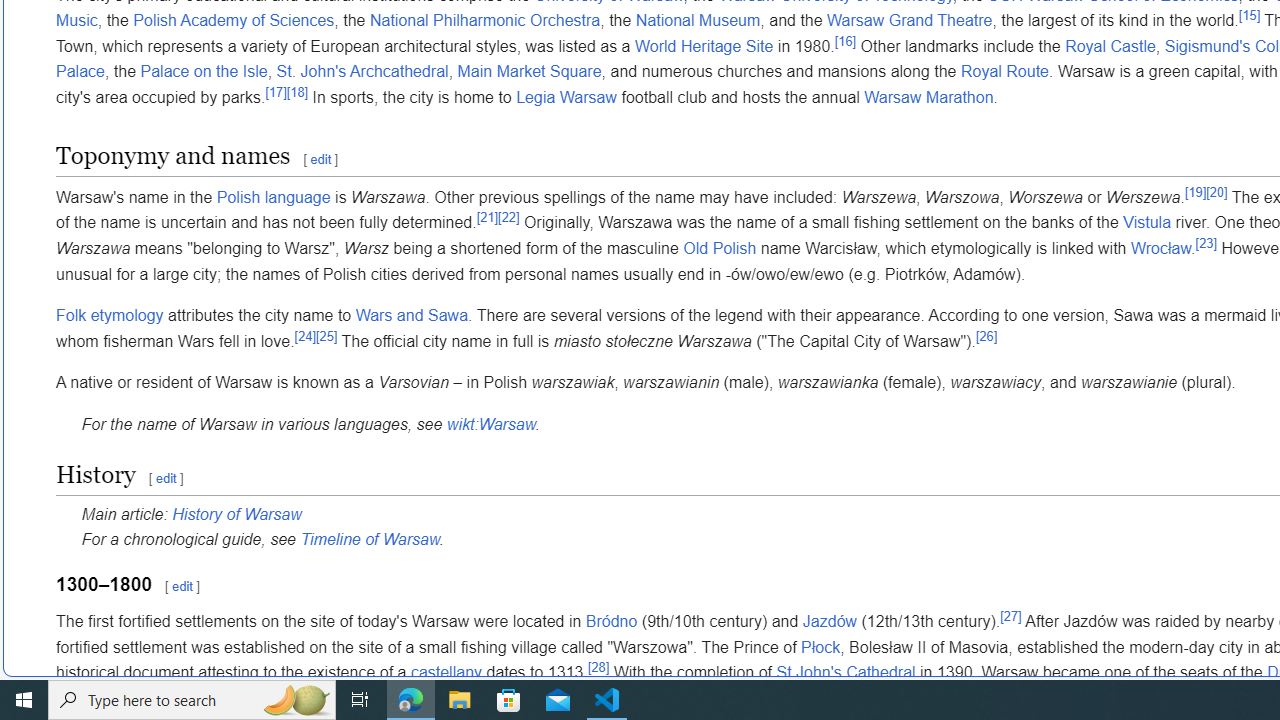  What do you see at coordinates (1147, 222) in the screenshot?
I see `'Vistula'` at bounding box center [1147, 222].